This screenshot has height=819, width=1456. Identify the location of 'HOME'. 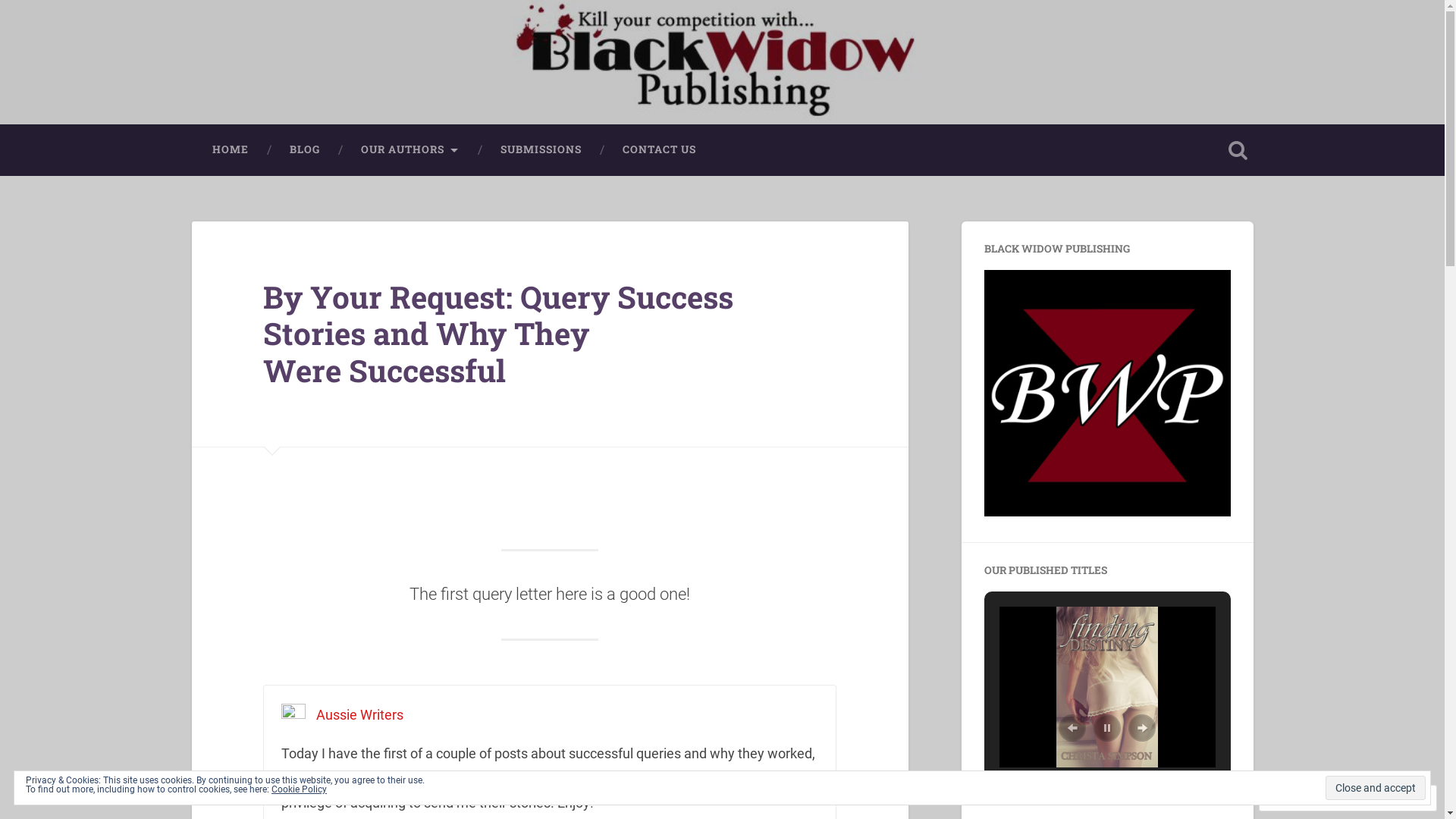
(228, 149).